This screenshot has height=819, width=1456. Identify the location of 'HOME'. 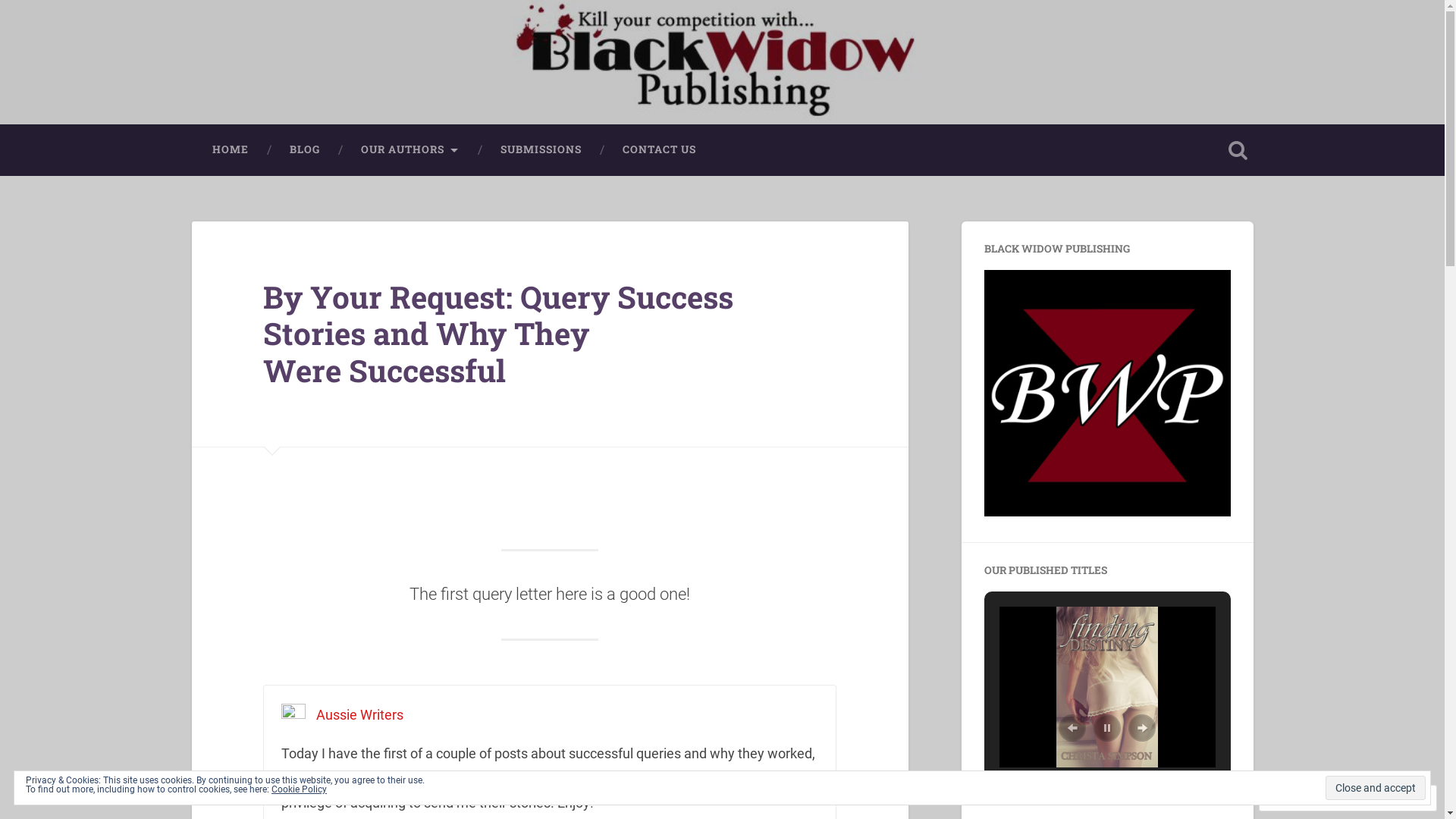
(228, 149).